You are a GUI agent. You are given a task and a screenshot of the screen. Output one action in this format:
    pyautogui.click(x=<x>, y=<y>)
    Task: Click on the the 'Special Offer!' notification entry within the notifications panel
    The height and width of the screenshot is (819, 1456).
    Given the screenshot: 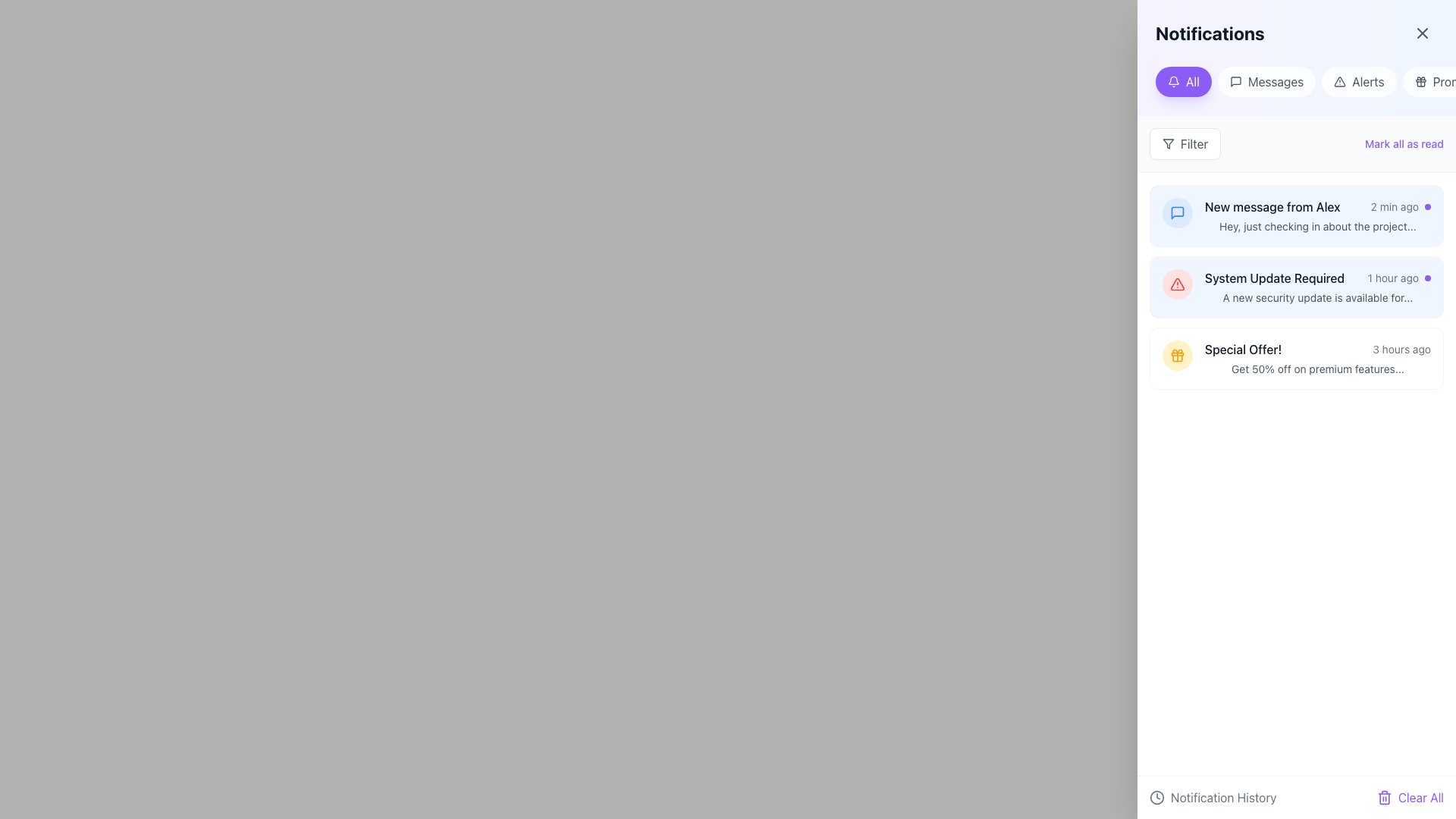 What is the action you would take?
    pyautogui.click(x=1295, y=359)
    